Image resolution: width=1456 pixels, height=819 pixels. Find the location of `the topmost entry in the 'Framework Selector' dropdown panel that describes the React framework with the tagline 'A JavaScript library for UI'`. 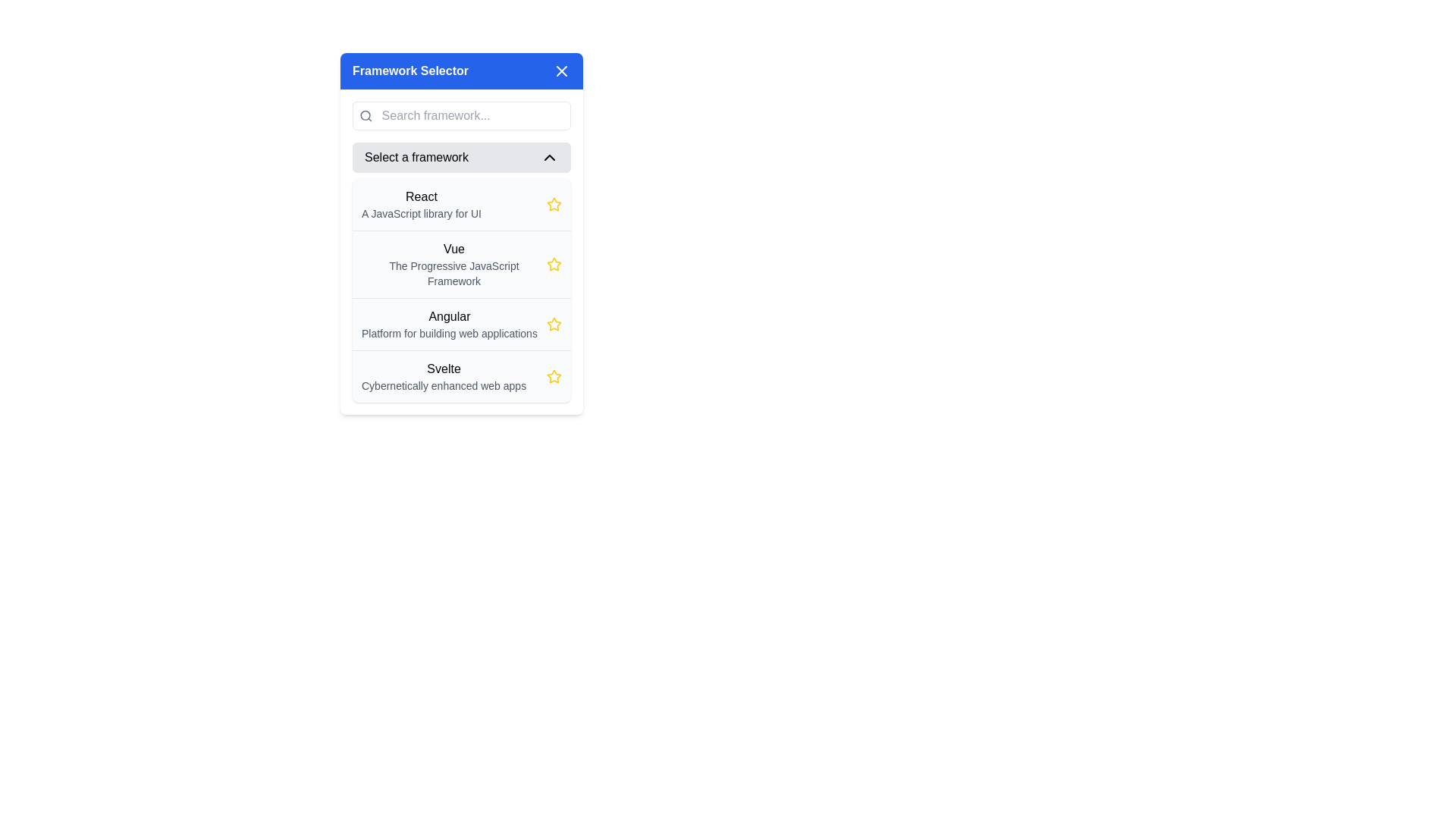

the topmost entry in the 'Framework Selector' dropdown panel that describes the React framework with the tagline 'A JavaScript library for UI' is located at coordinates (422, 205).